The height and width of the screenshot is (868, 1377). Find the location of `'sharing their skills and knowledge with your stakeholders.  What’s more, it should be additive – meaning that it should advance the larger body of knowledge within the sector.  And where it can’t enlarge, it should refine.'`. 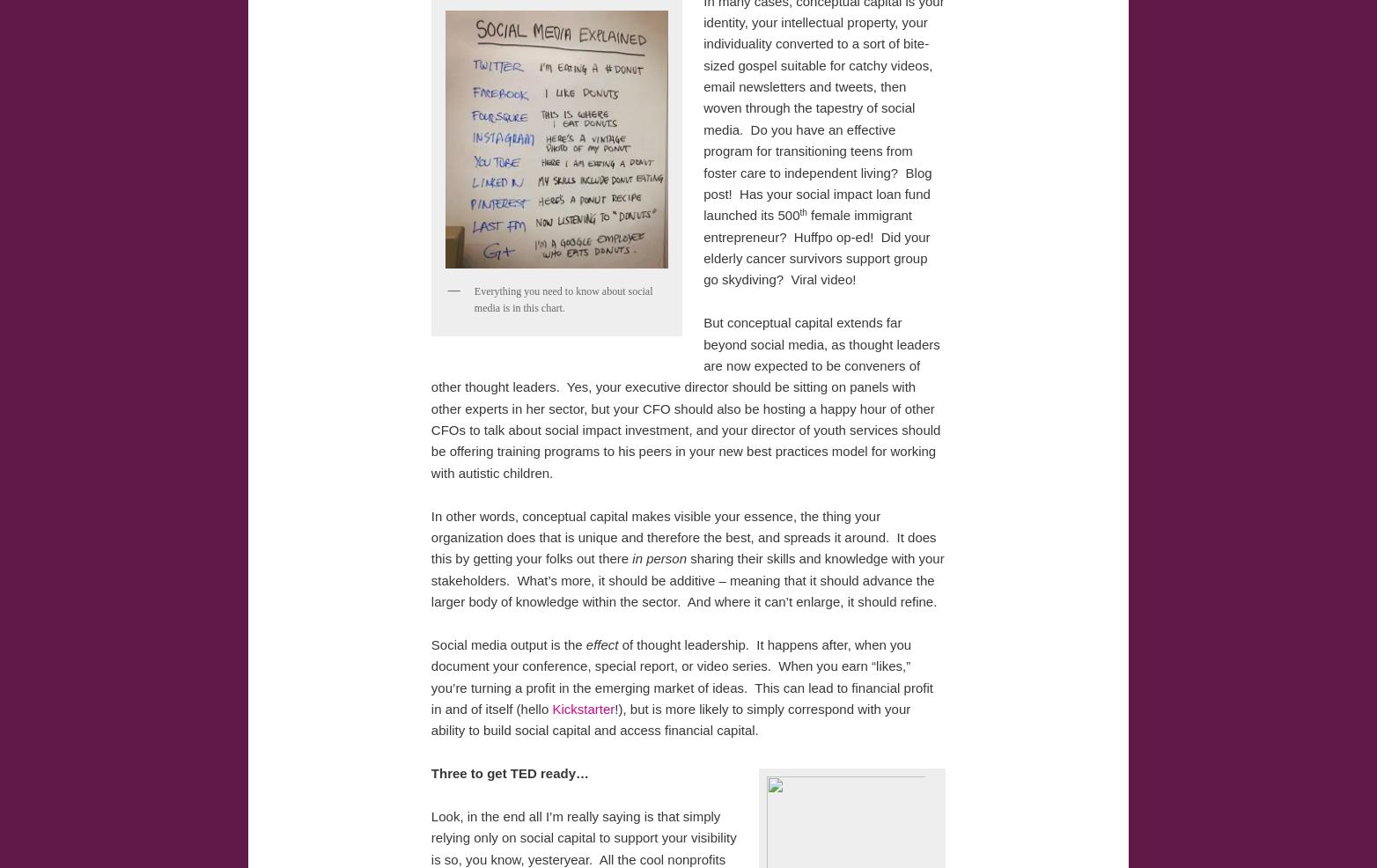

'sharing their skills and knowledge with your stakeholders.  What’s more, it should be additive – meaning that it should advance the larger body of knowledge within the sector.  And where it can’t enlarge, it should refine.' is located at coordinates (686, 579).